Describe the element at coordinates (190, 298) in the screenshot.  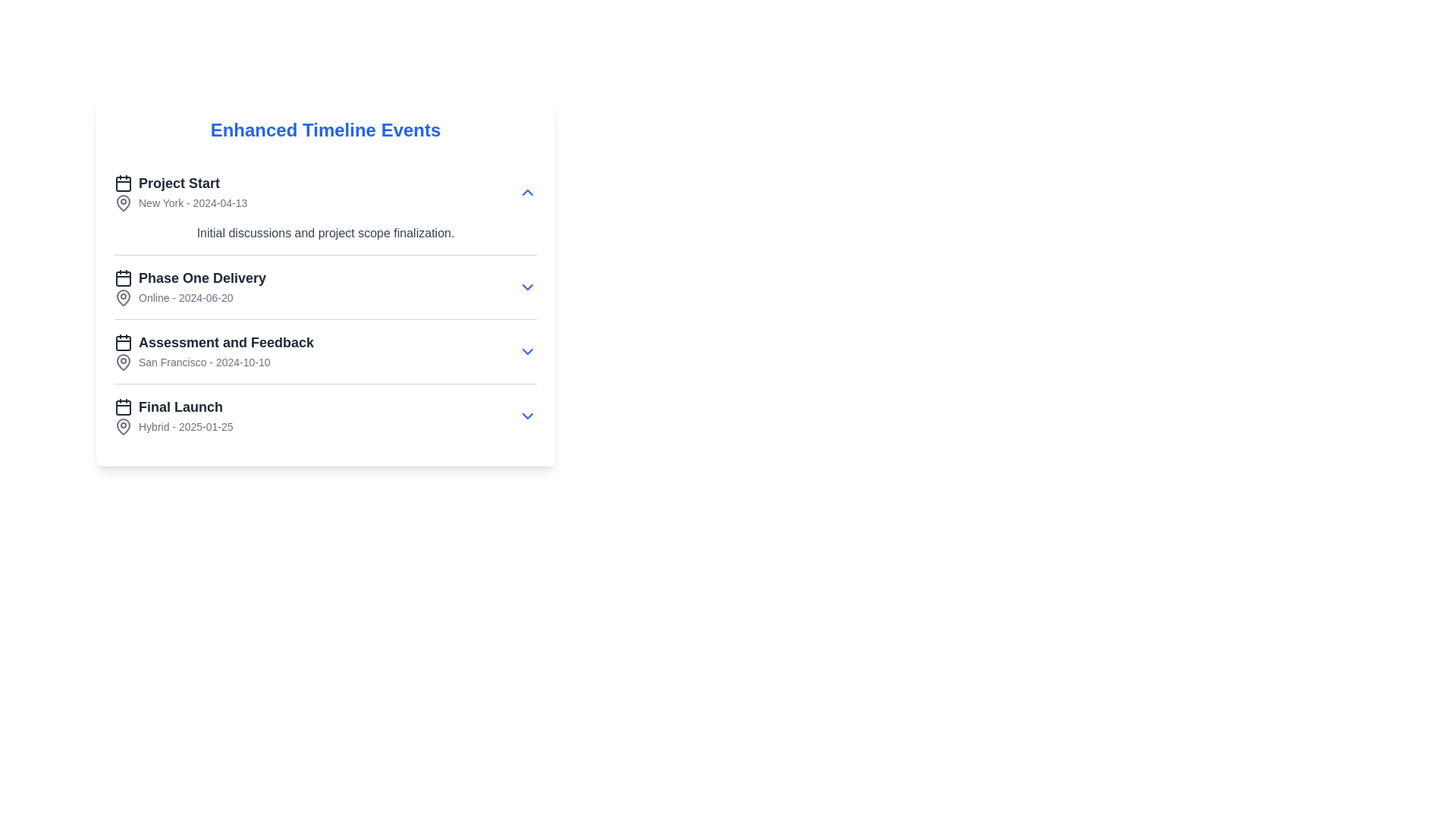
I see `the static text element that provides location and date information for the event scheduled on June 20, 2024, located in the 'Phase One Delivery' section below its heading` at that location.